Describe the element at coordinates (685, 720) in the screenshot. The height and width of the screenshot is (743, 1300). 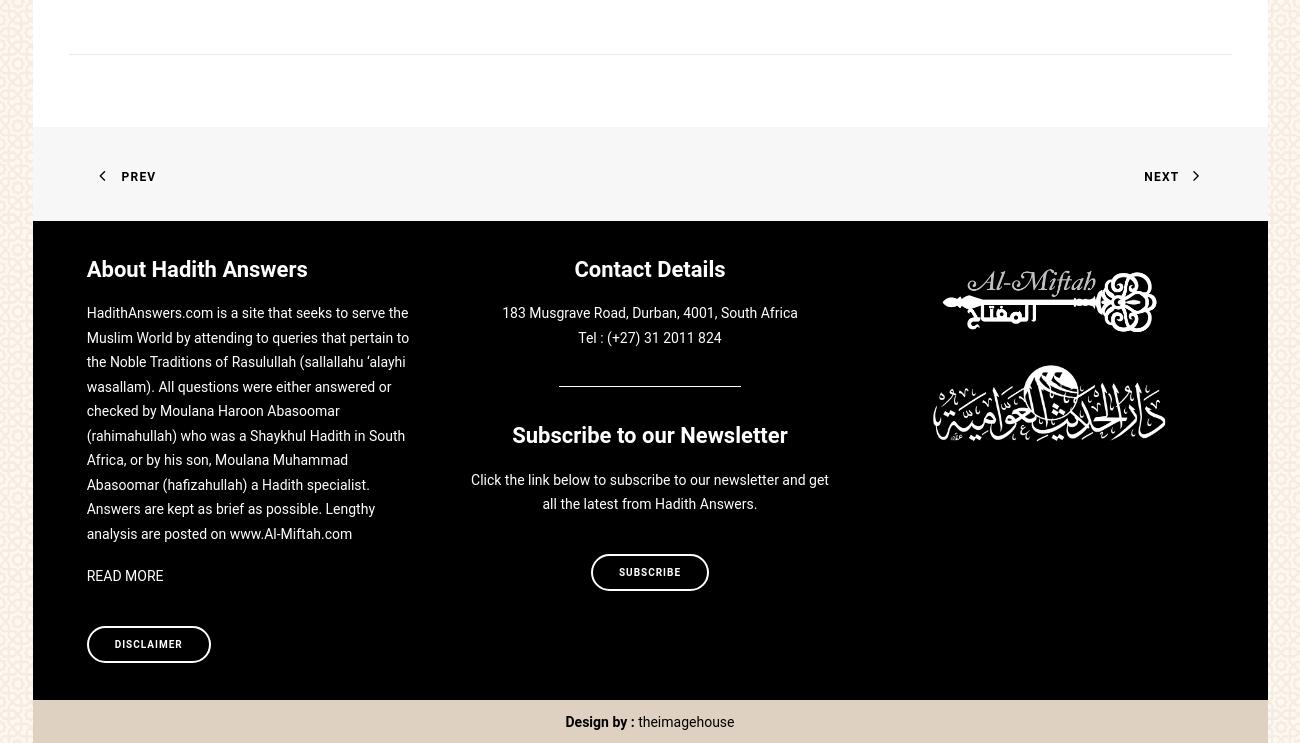
I see `'theimagehouse'` at that location.